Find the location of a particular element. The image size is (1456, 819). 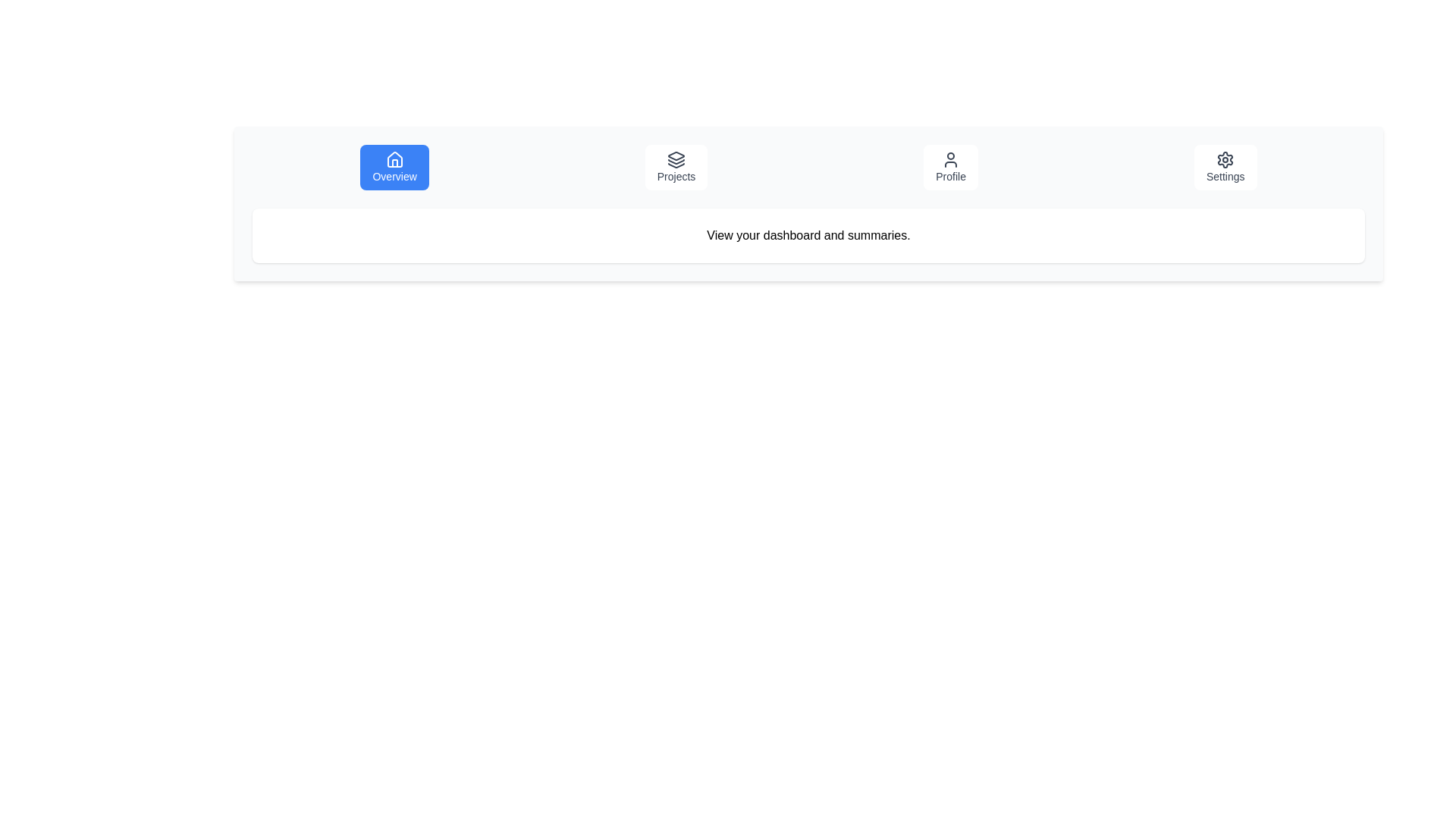

the tab labeled Profile is located at coordinates (950, 167).